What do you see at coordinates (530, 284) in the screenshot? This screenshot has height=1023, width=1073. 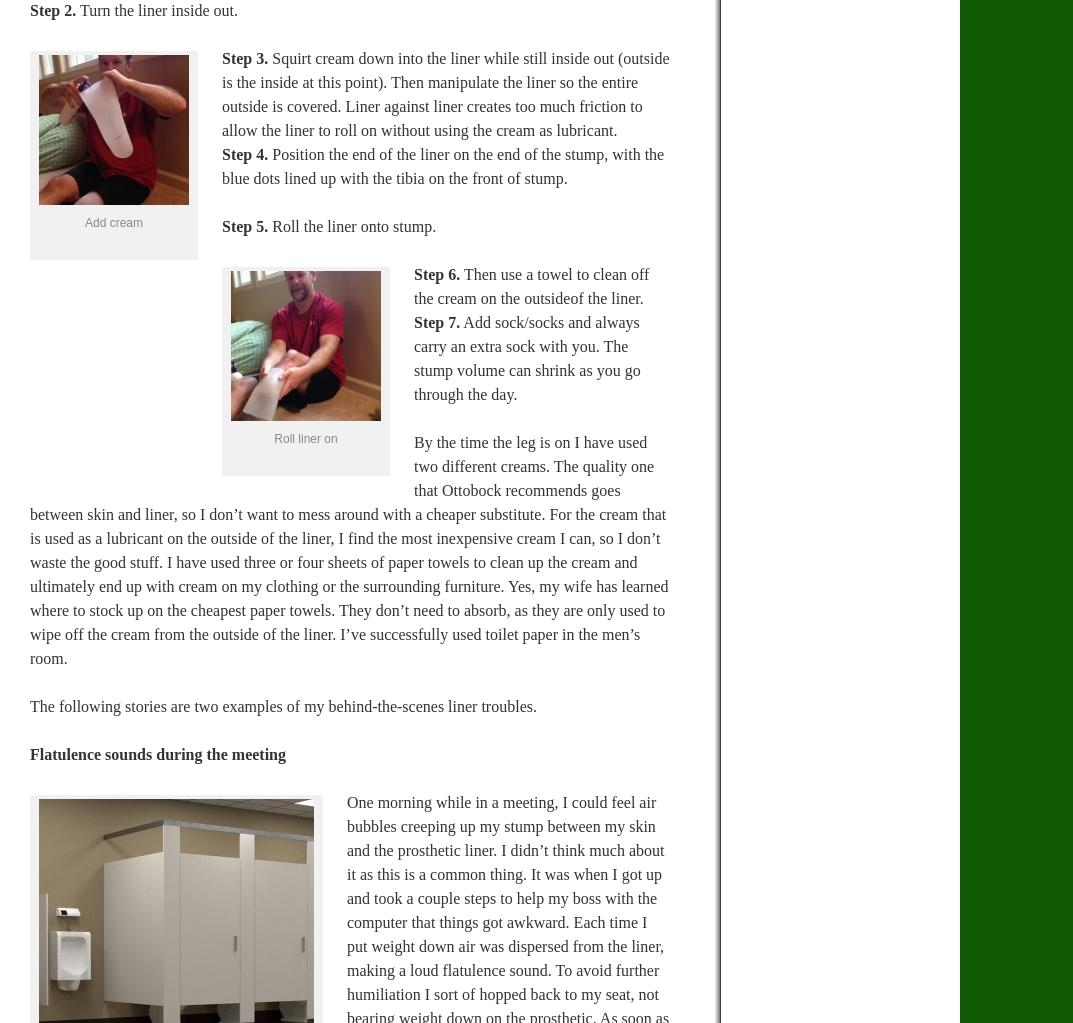 I see `'Then use a towel to clean off the cream on the outsideof the liner.'` at bounding box center [530, 284].